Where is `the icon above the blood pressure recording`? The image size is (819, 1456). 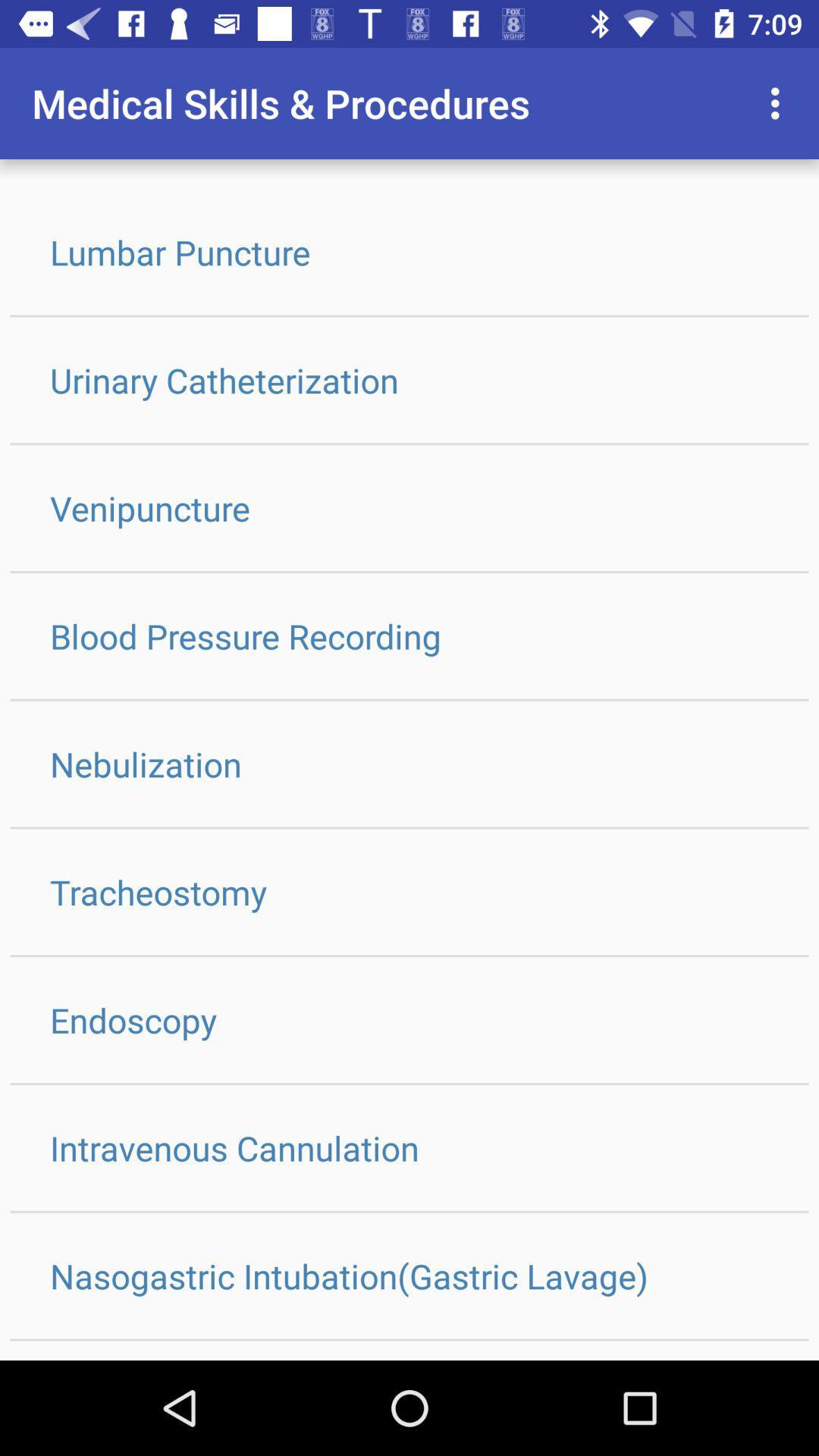 the icon above the blood pressure recording is located at coordinates (409, 508).